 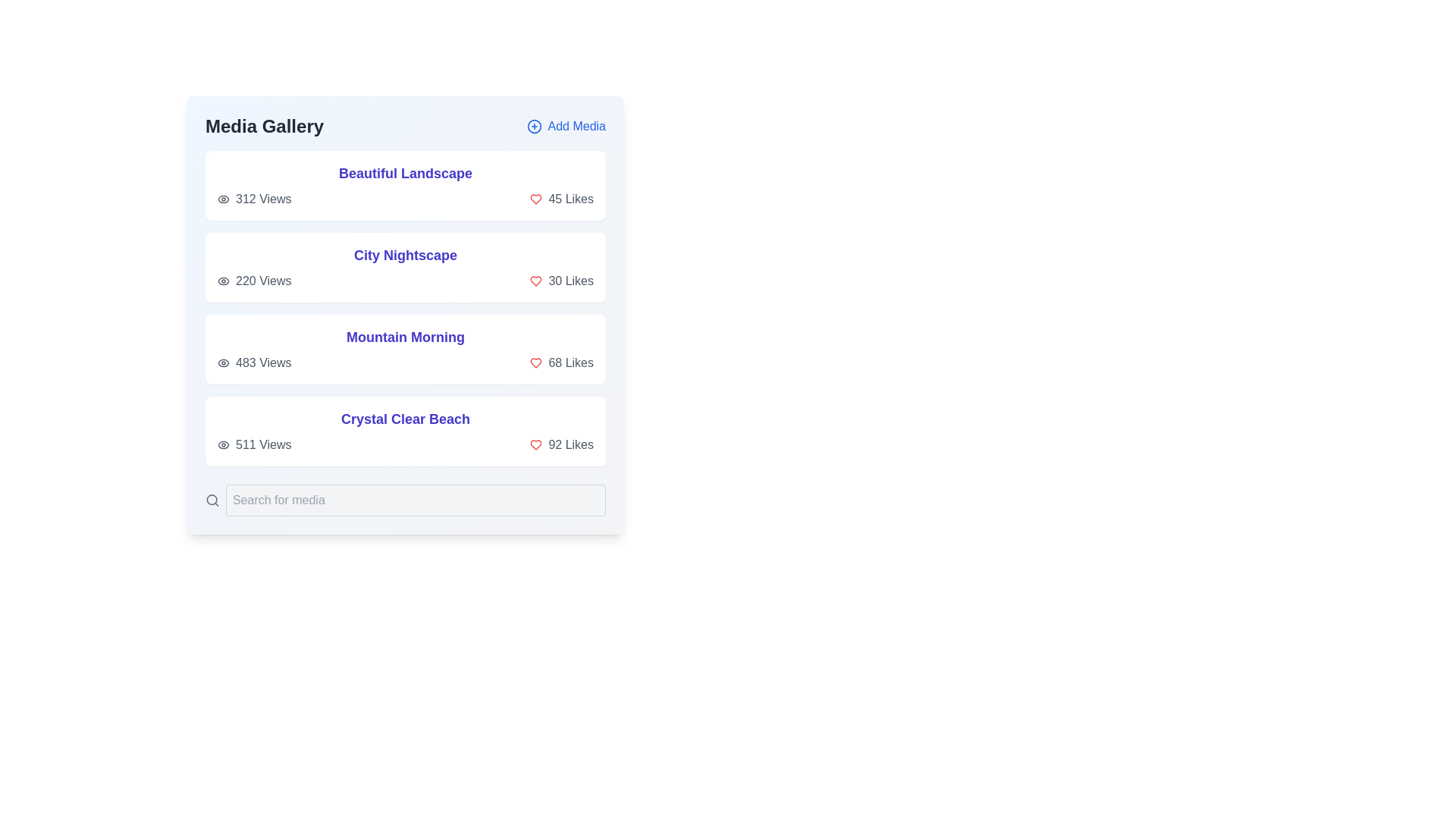 What do you see at coordinates (405, 431) in the screenshot?
I see `the card representing the media item titled 'Crystal Clear Beach'` at bounding box center [405, 431].